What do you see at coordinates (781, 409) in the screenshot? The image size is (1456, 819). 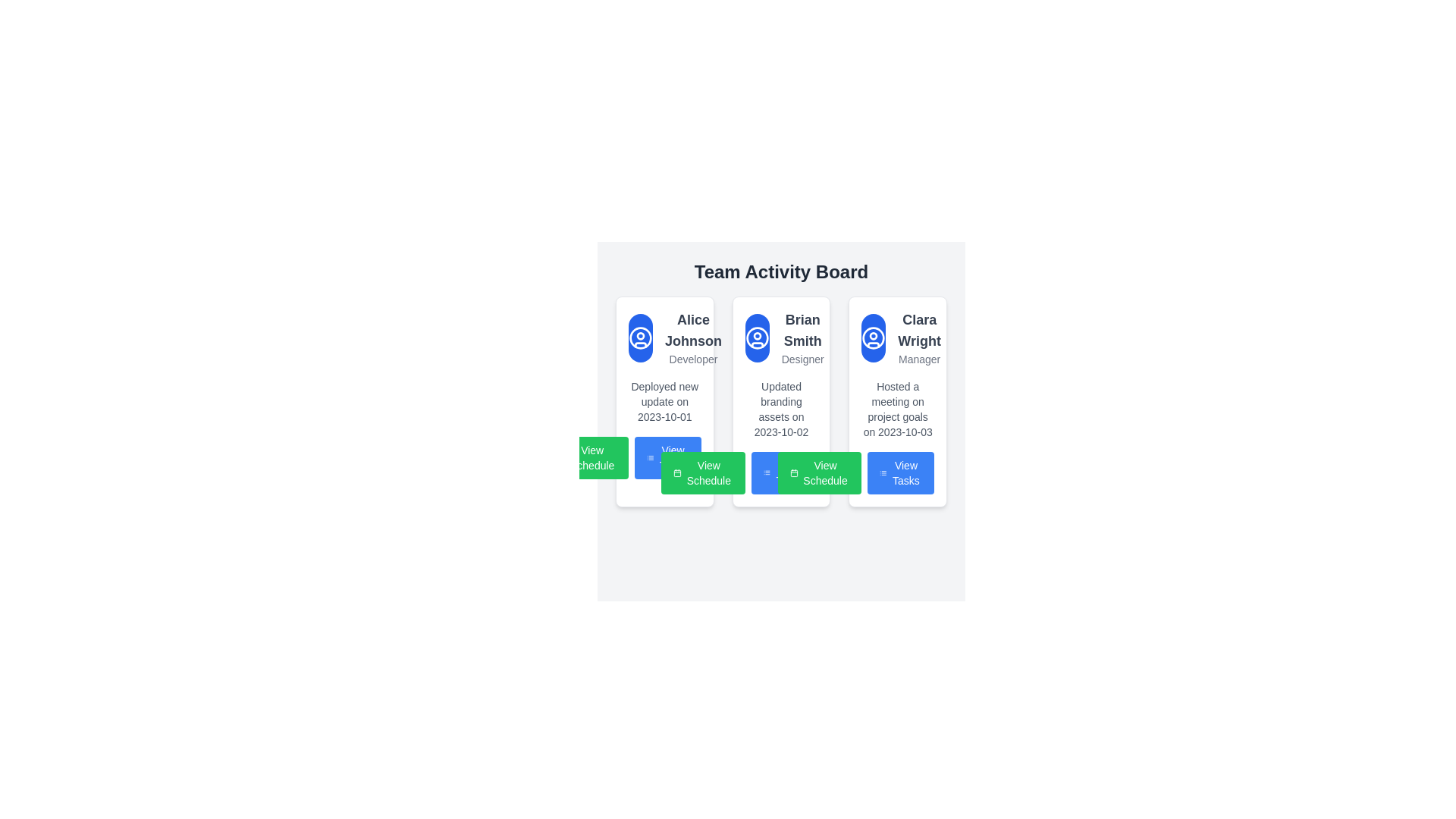 I see `the informational static text element located beneath the user's role description in the 'Brian Smith - Designer' card` at bounding box center [781, 409].